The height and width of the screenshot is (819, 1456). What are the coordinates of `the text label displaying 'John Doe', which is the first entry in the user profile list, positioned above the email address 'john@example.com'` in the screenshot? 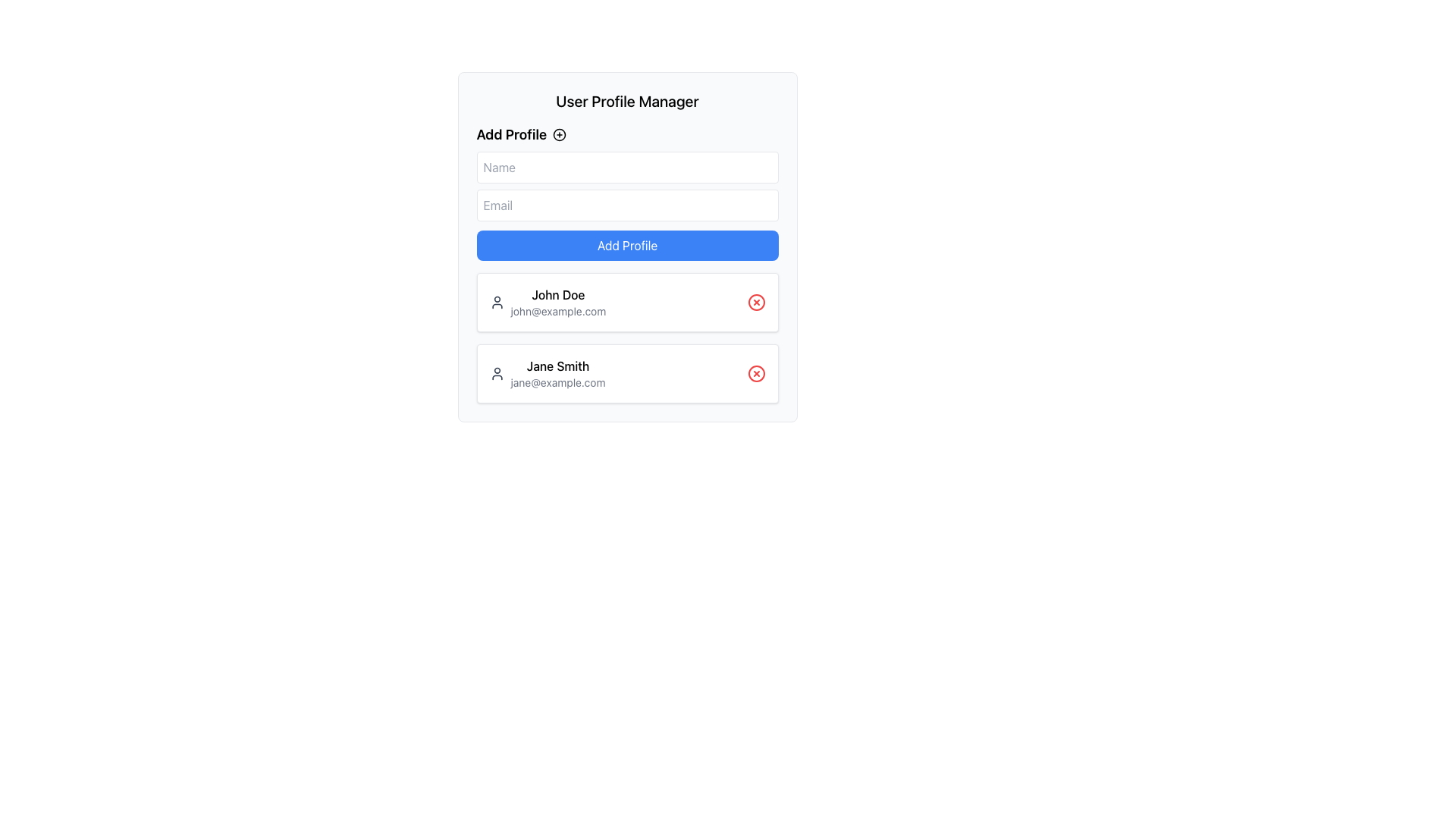 It's located at (557, 295).